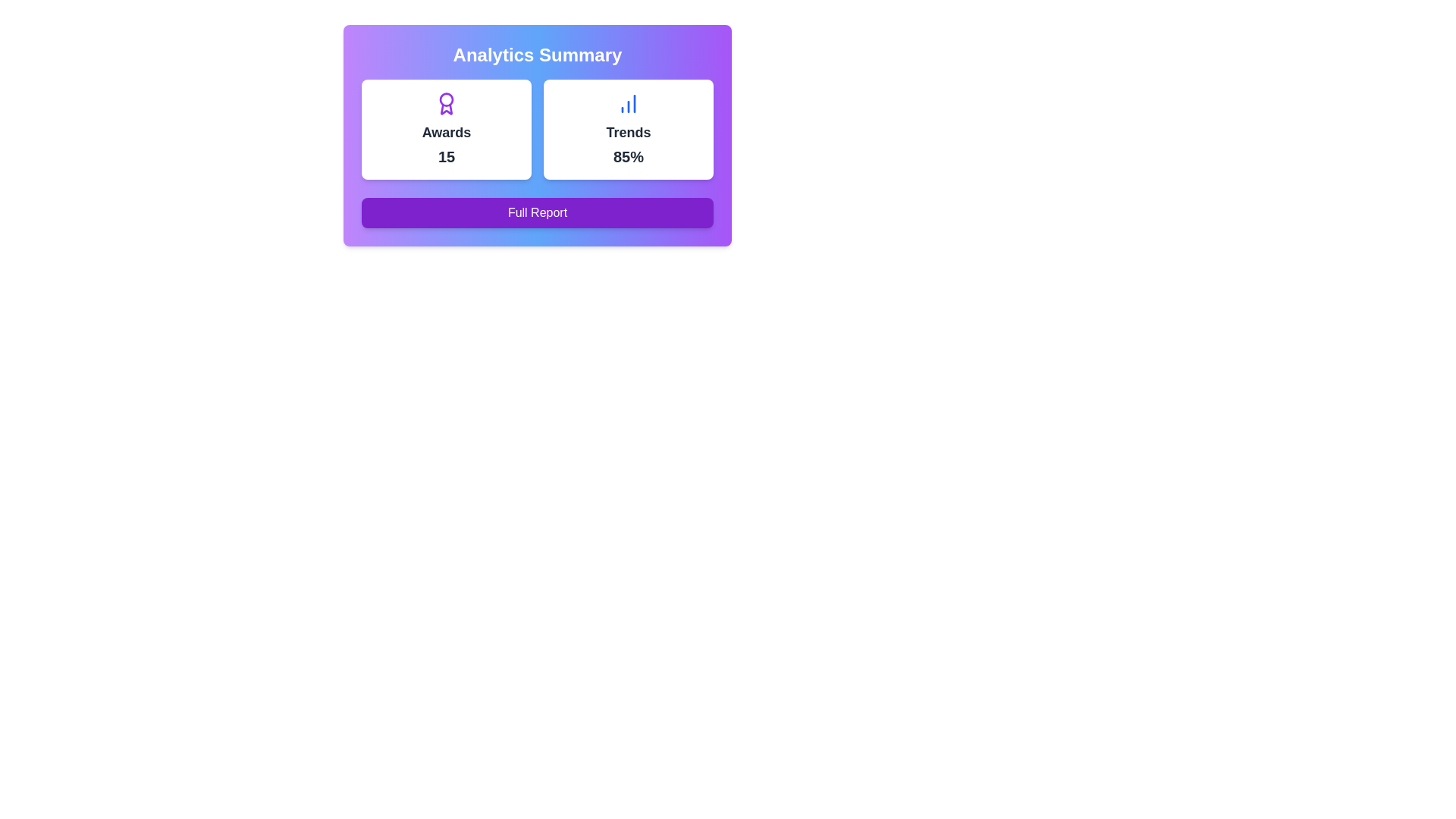 The height and width of the screenshot is (819, 1456). What do you see at coordinates (538, 213) in the screenshot?
I see `the purple 'Full Report' button located at the lowest point of the card layout` at bounding box center [538, 213].